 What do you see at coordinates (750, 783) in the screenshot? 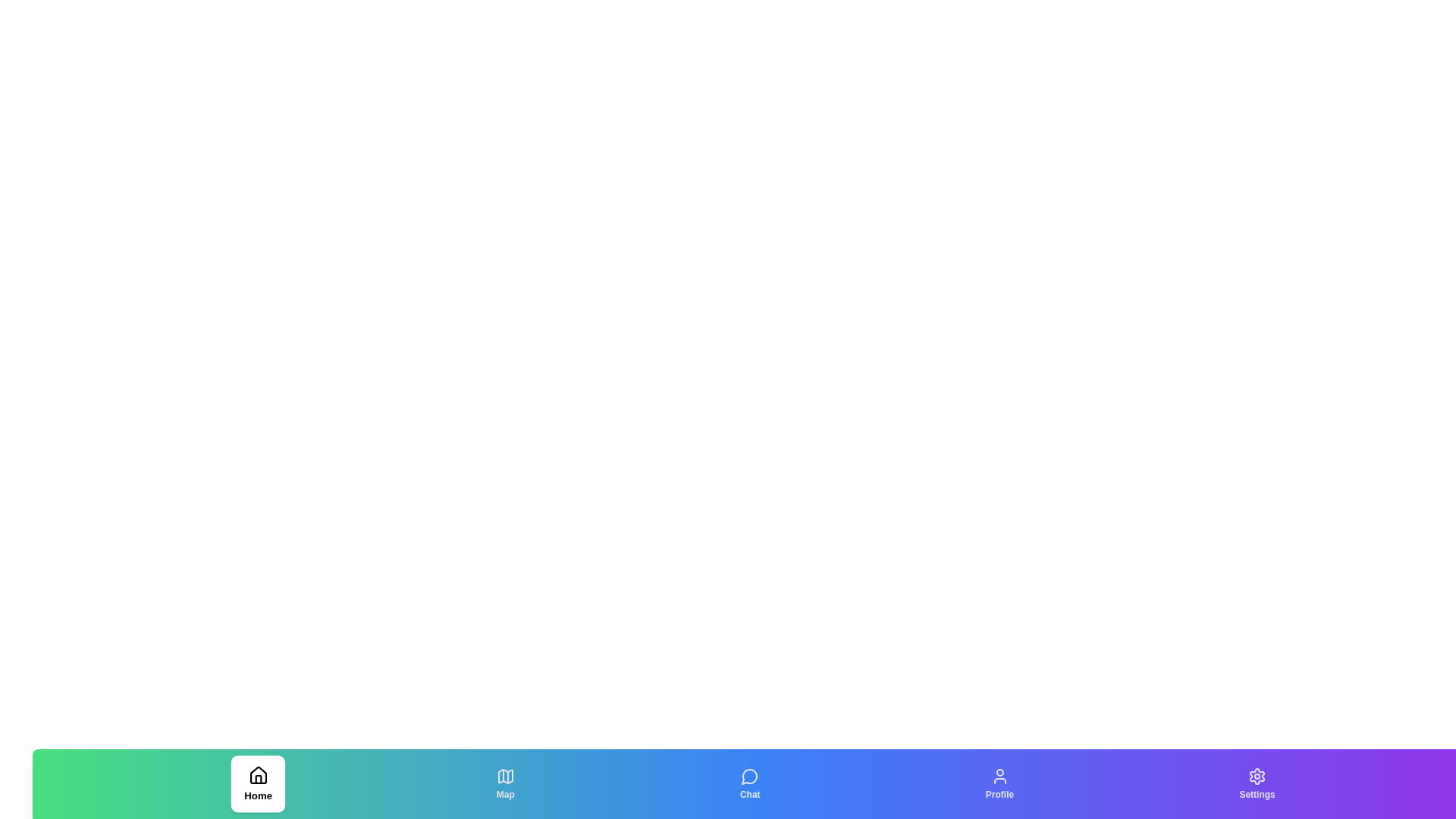
I see `the Chat tab to switch the active state` at bounding box center [750, 783].